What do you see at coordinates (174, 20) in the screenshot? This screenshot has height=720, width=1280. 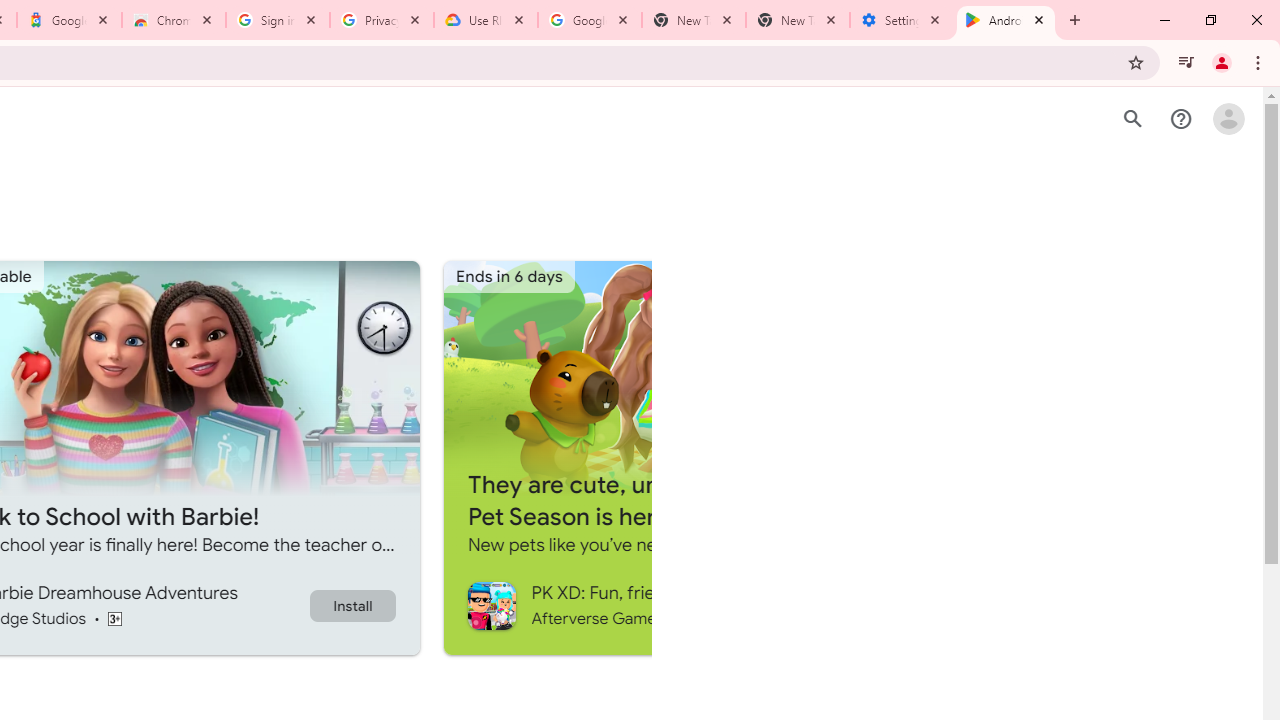 I see `'Chrome Web Store - Color themes by Chrome'` at bounding box center [174, 20].